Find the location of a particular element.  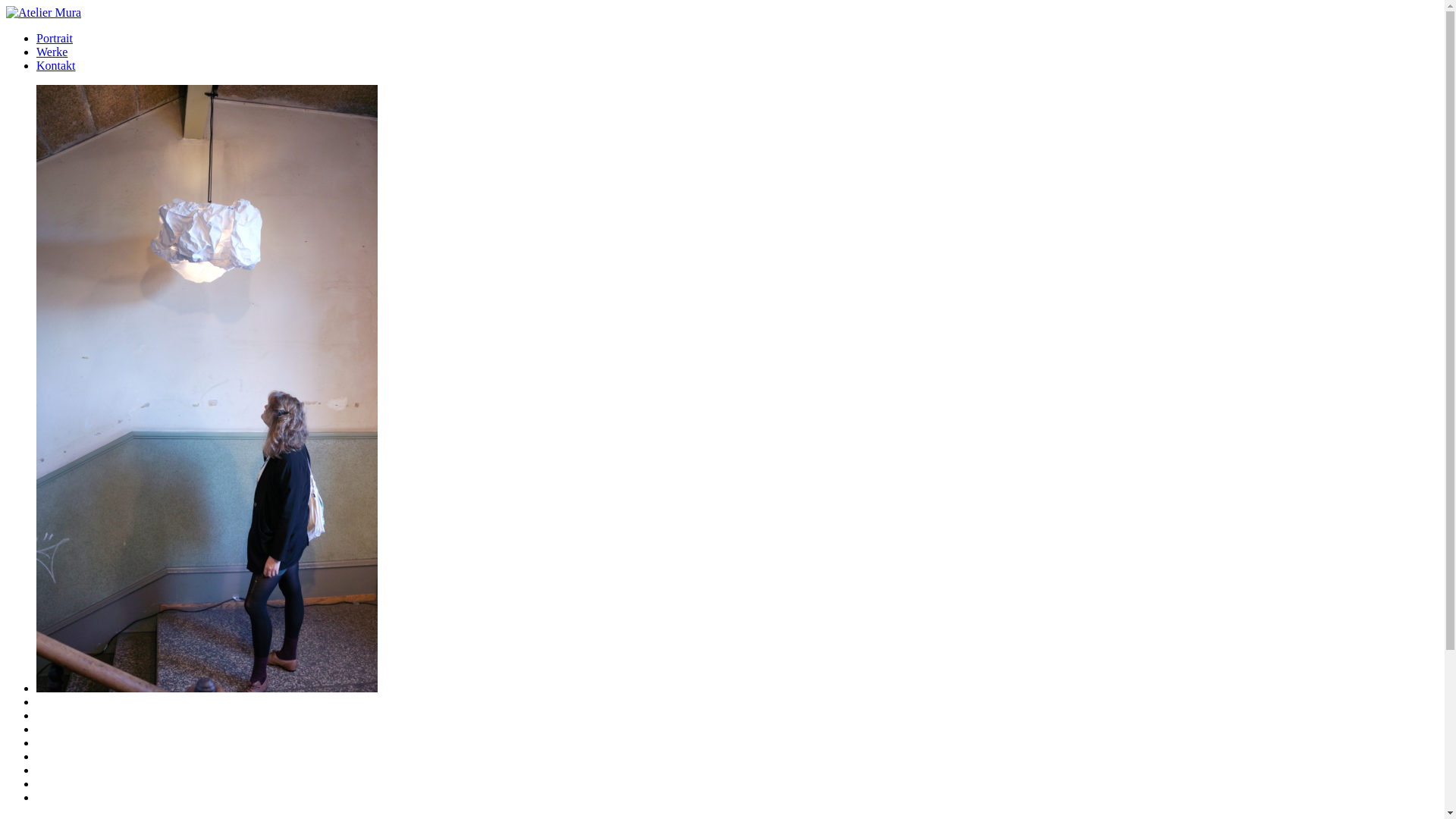

'Atelier Mura' is located at coordinates (43, 12).